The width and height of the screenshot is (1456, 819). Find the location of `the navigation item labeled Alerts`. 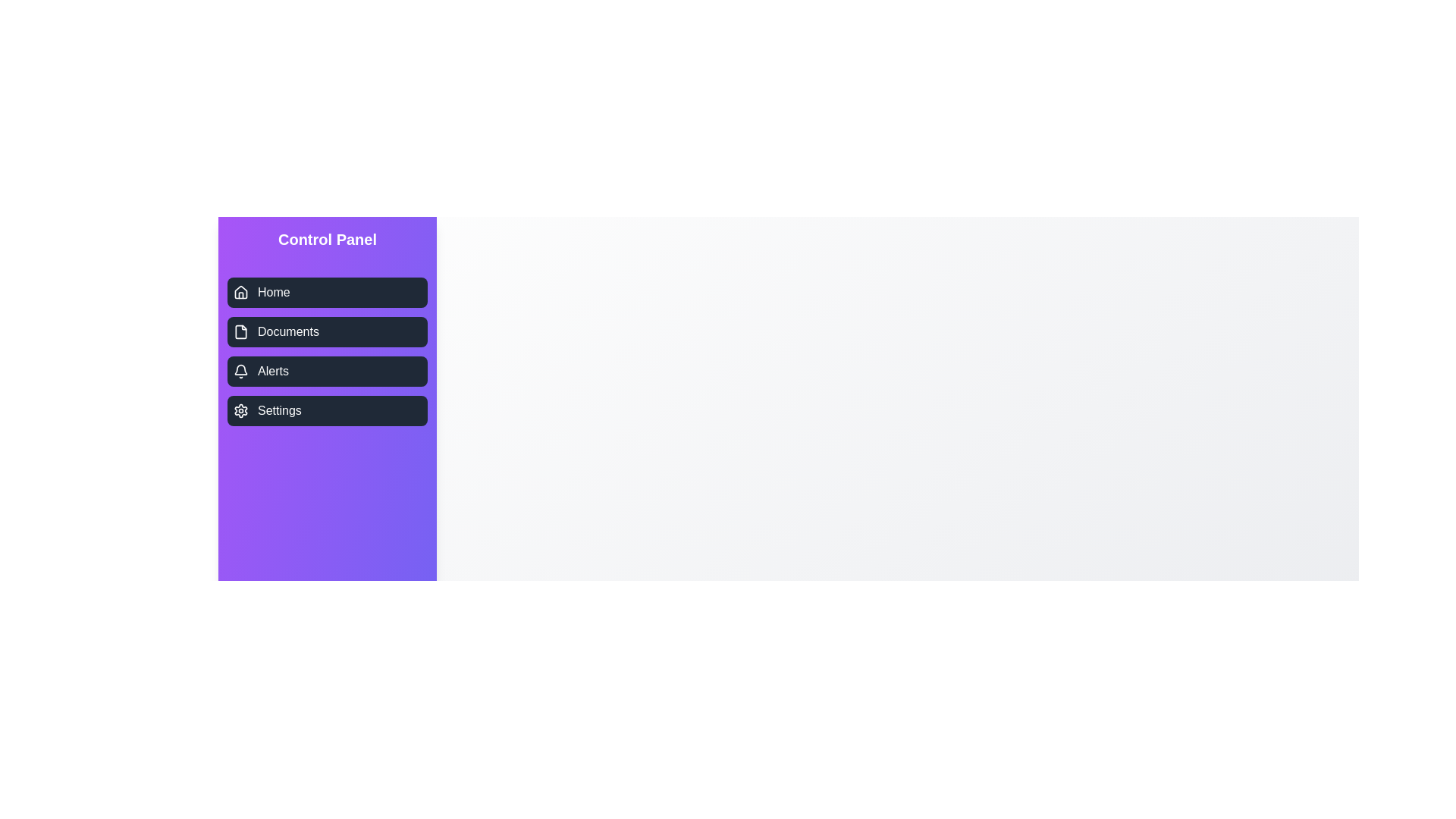

the navigation item labeled Alerts is located at coordinates (327, 371).